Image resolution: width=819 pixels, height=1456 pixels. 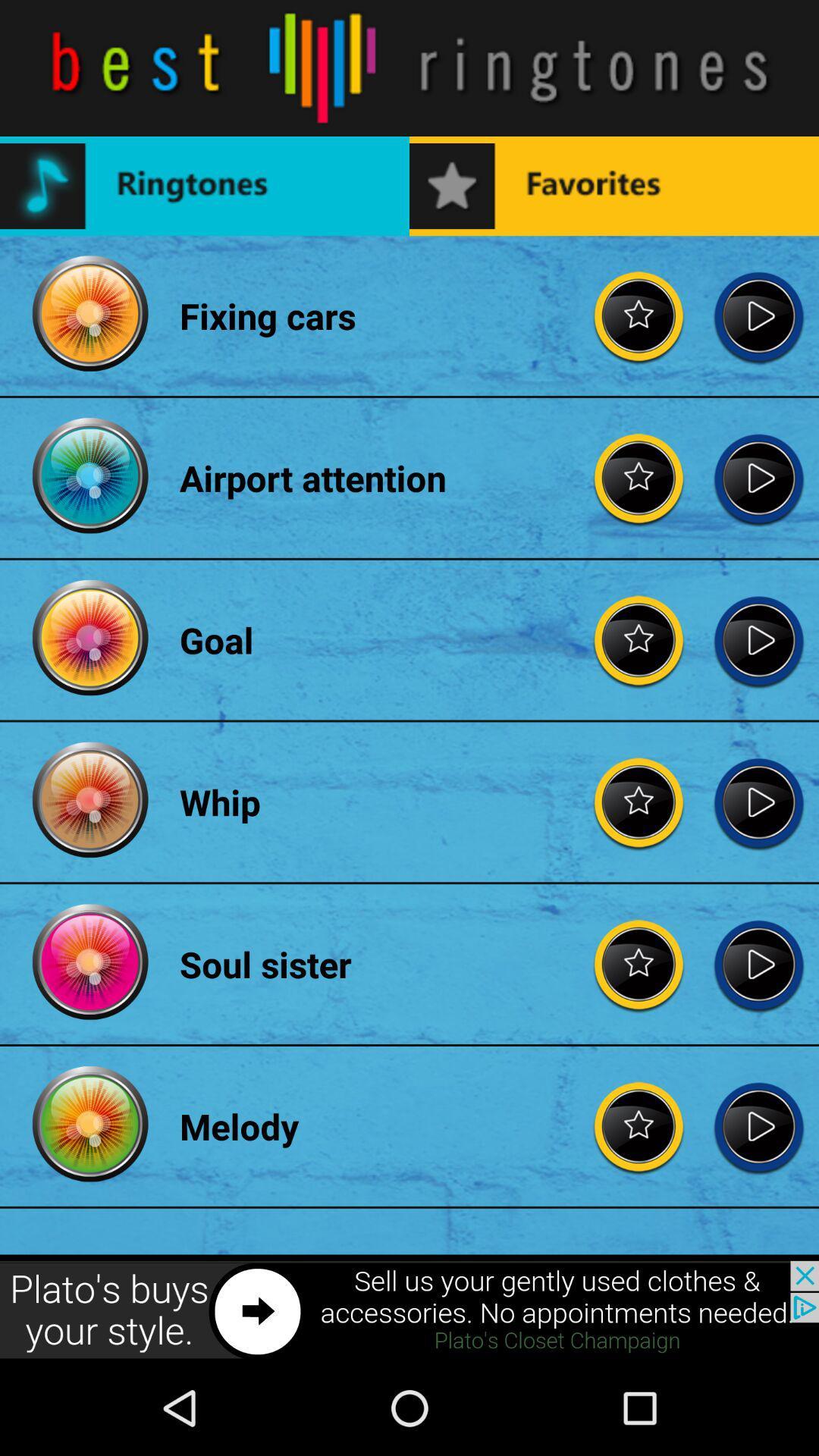 What do you see at coordinates (639, 801) in the screenshot?
I see `the item` at bounding box center [639, 801].